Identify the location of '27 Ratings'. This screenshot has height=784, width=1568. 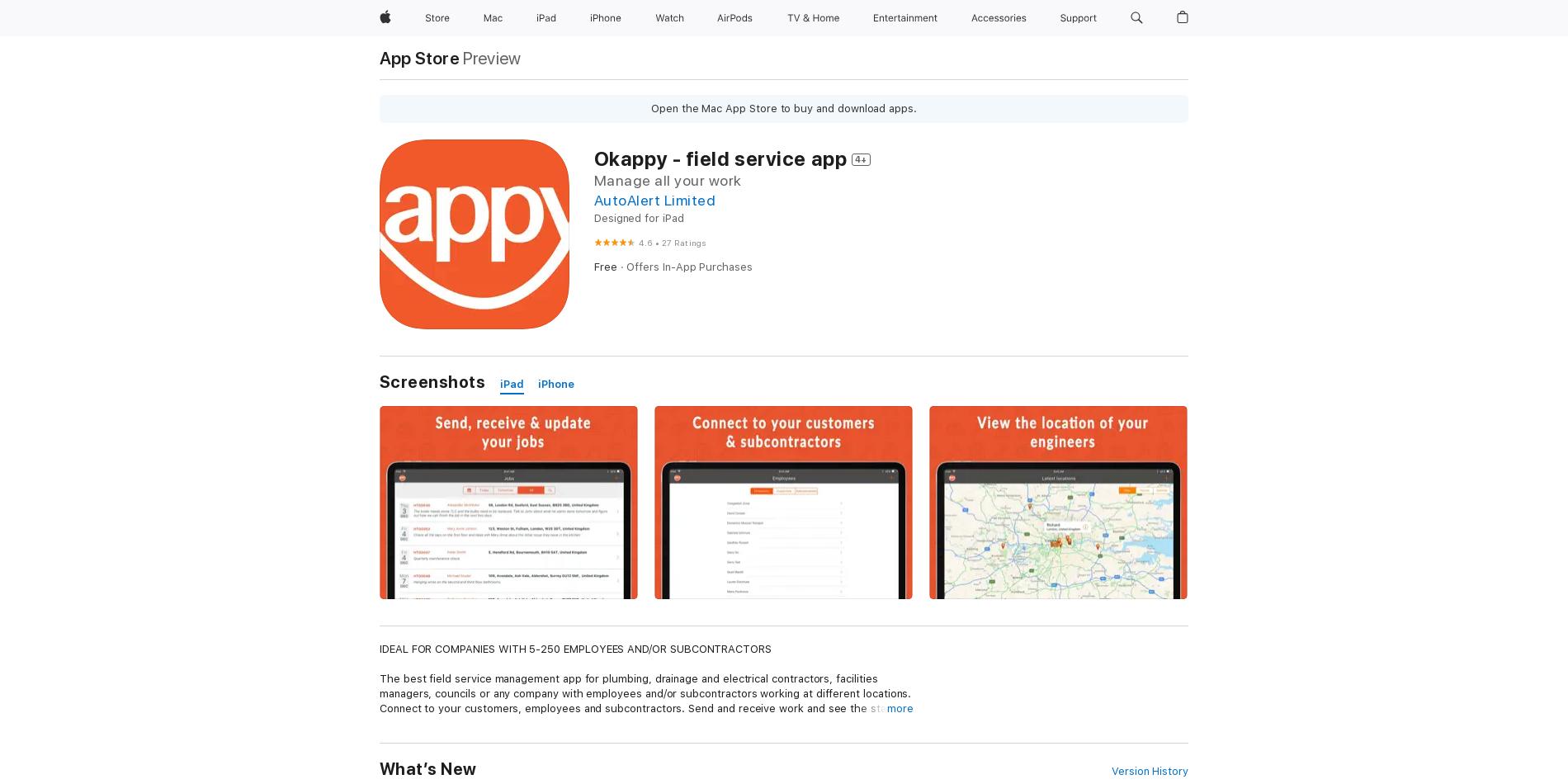
(660, 242).